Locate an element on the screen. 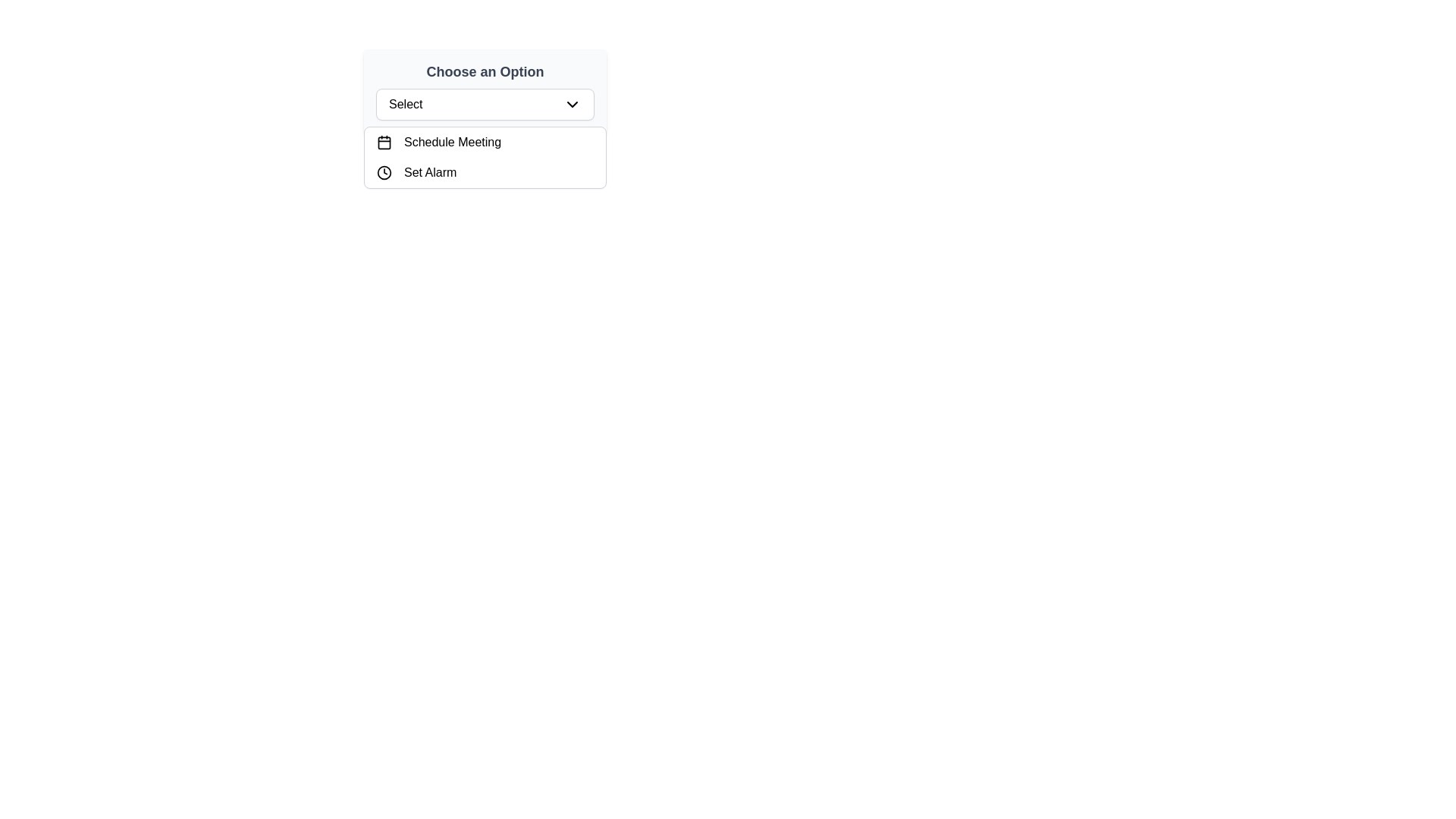 This screenshot has height=819, width=1456. the circular outline of the clock icon located under the 'Set Alarm' option in the dropdown menu is located at coordinates (384, 171).